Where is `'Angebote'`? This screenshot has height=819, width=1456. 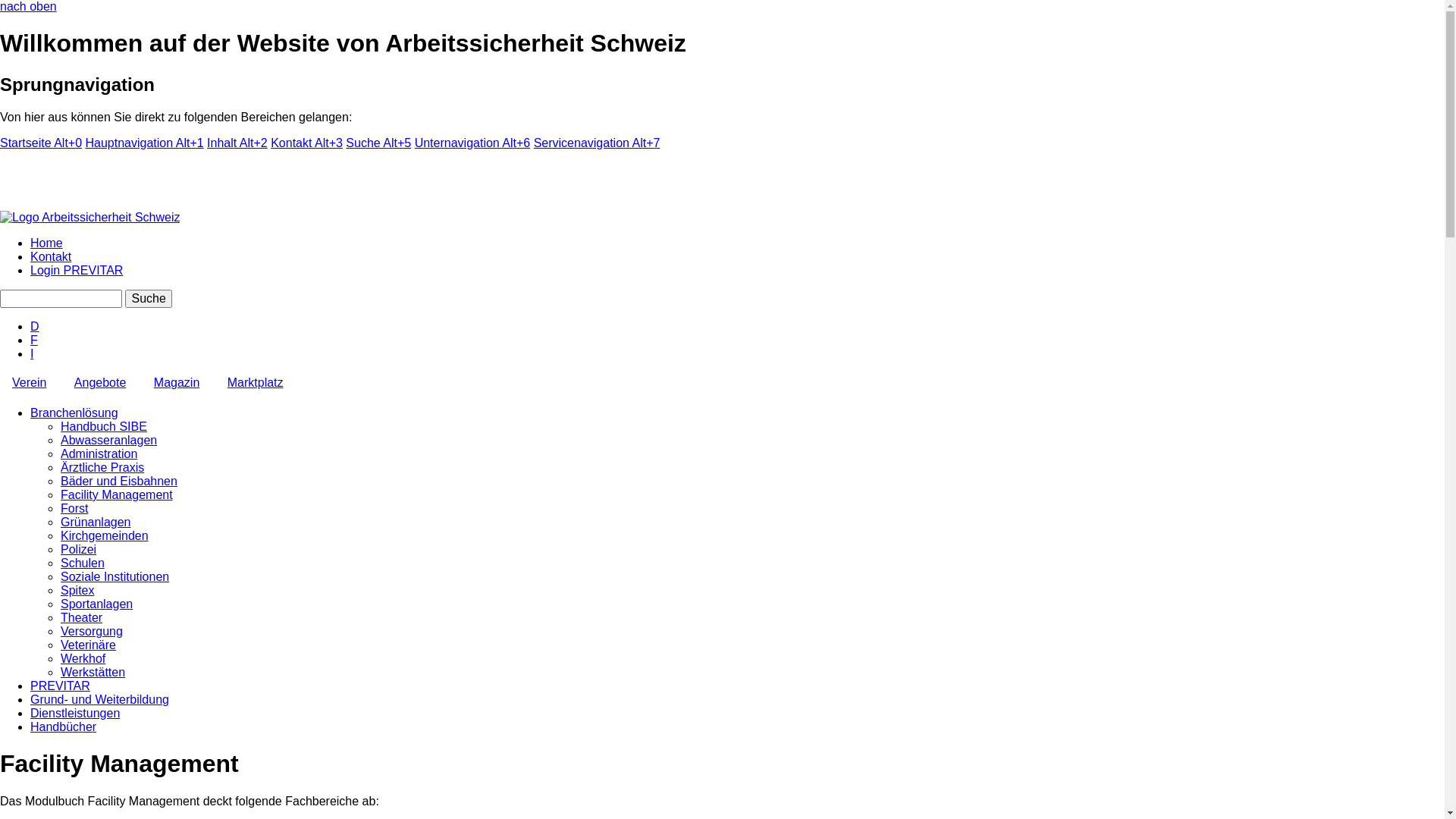
'Angebote' is located at coordinates (99, 382).